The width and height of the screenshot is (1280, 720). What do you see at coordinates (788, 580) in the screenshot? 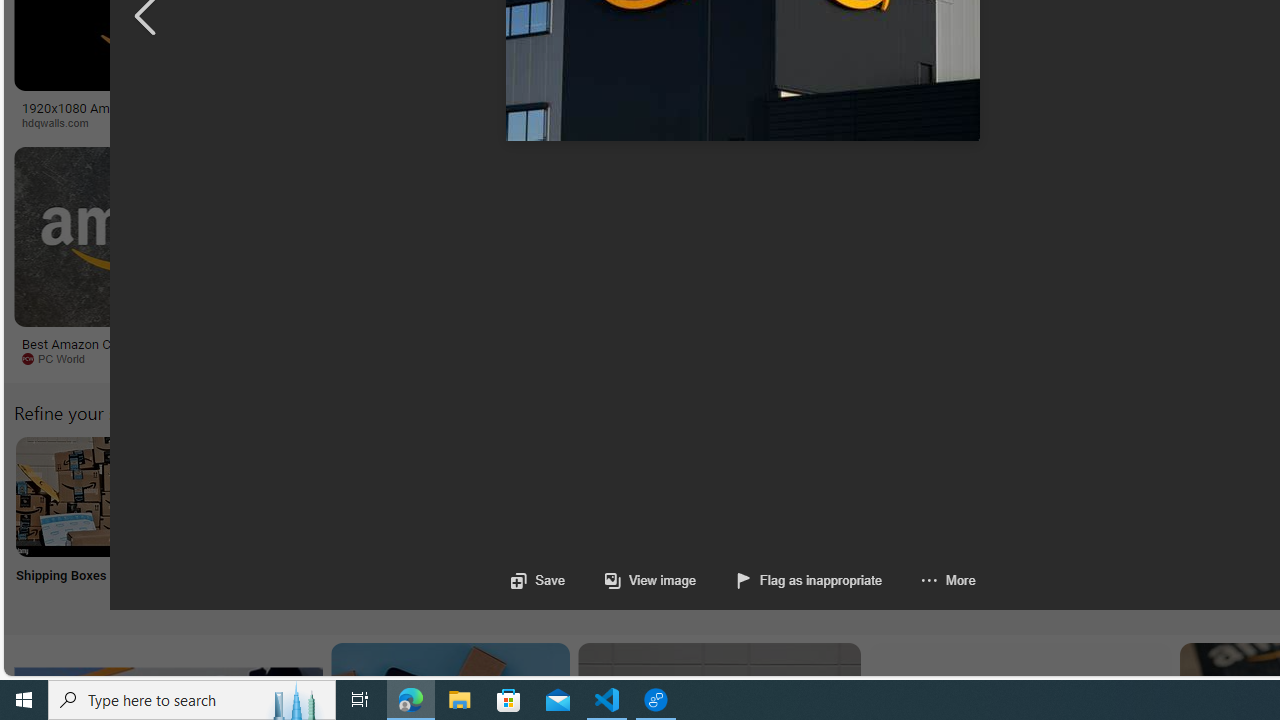
I see `'Flag as inappropriate'` at bounding box center [788, 580].